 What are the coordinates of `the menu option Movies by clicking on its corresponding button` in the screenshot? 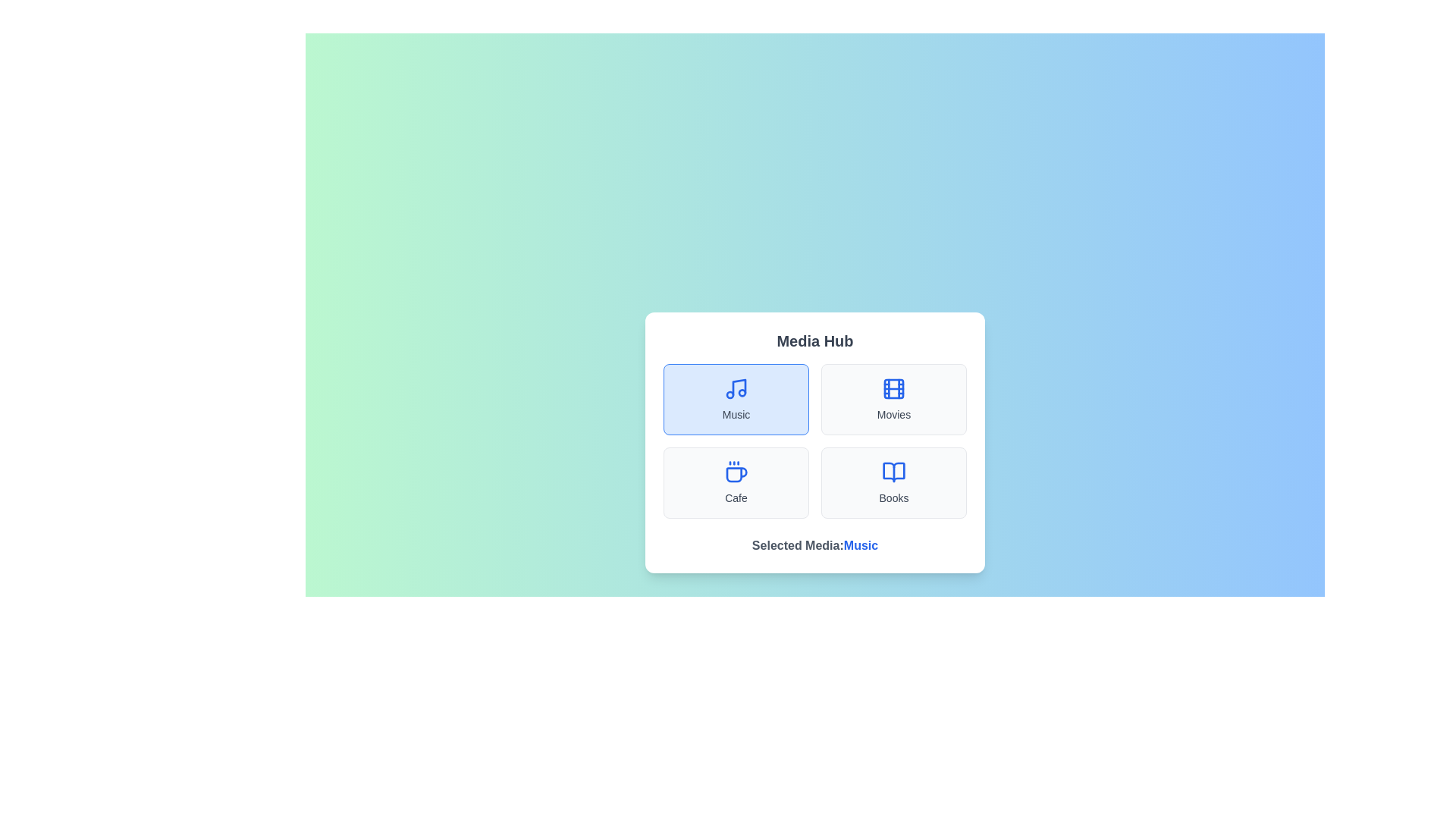 It's located at (894, 399).